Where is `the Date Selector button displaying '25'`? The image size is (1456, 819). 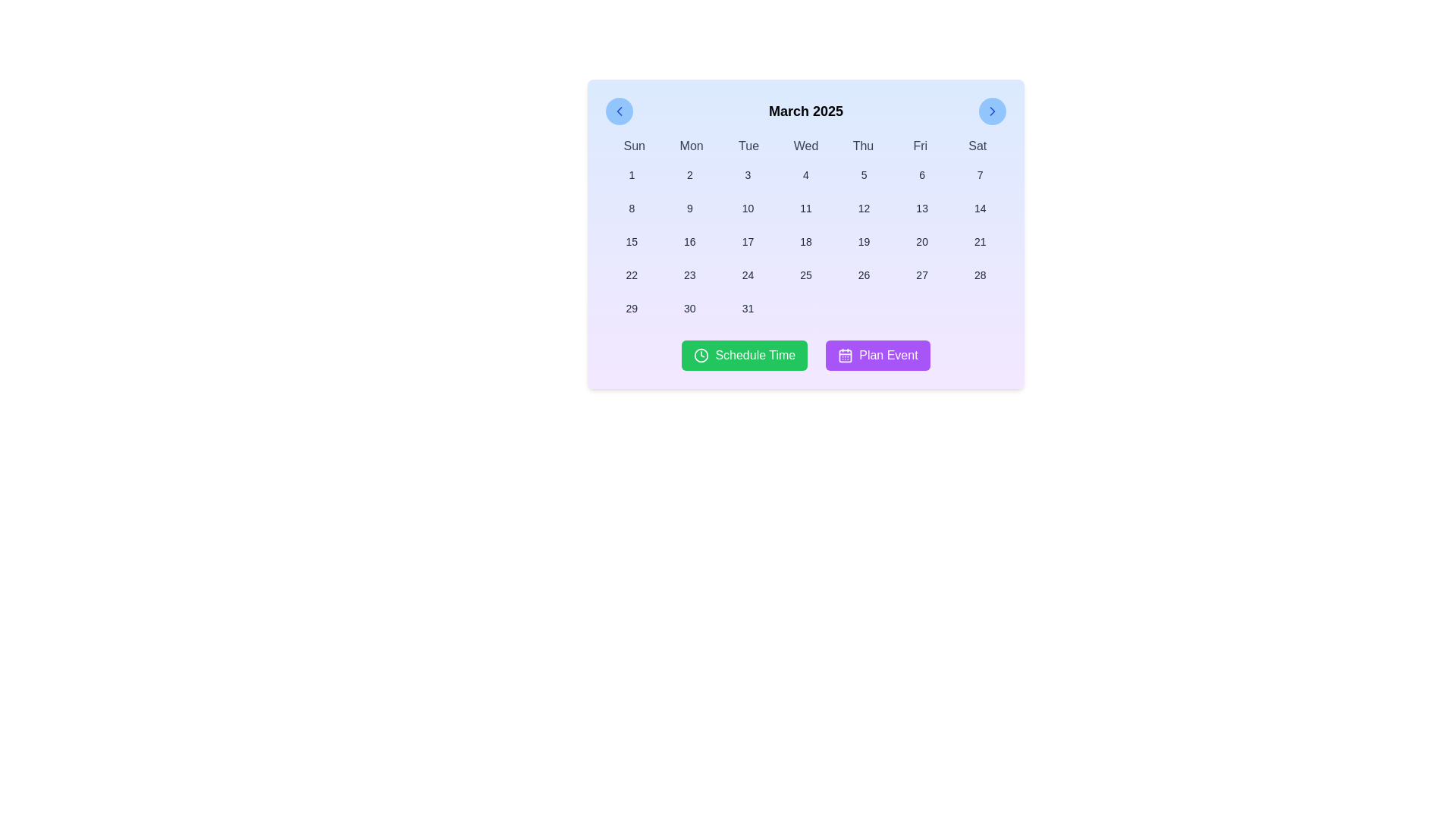 the Date Selector button displaying '25' is located at coordinates (805, 275).